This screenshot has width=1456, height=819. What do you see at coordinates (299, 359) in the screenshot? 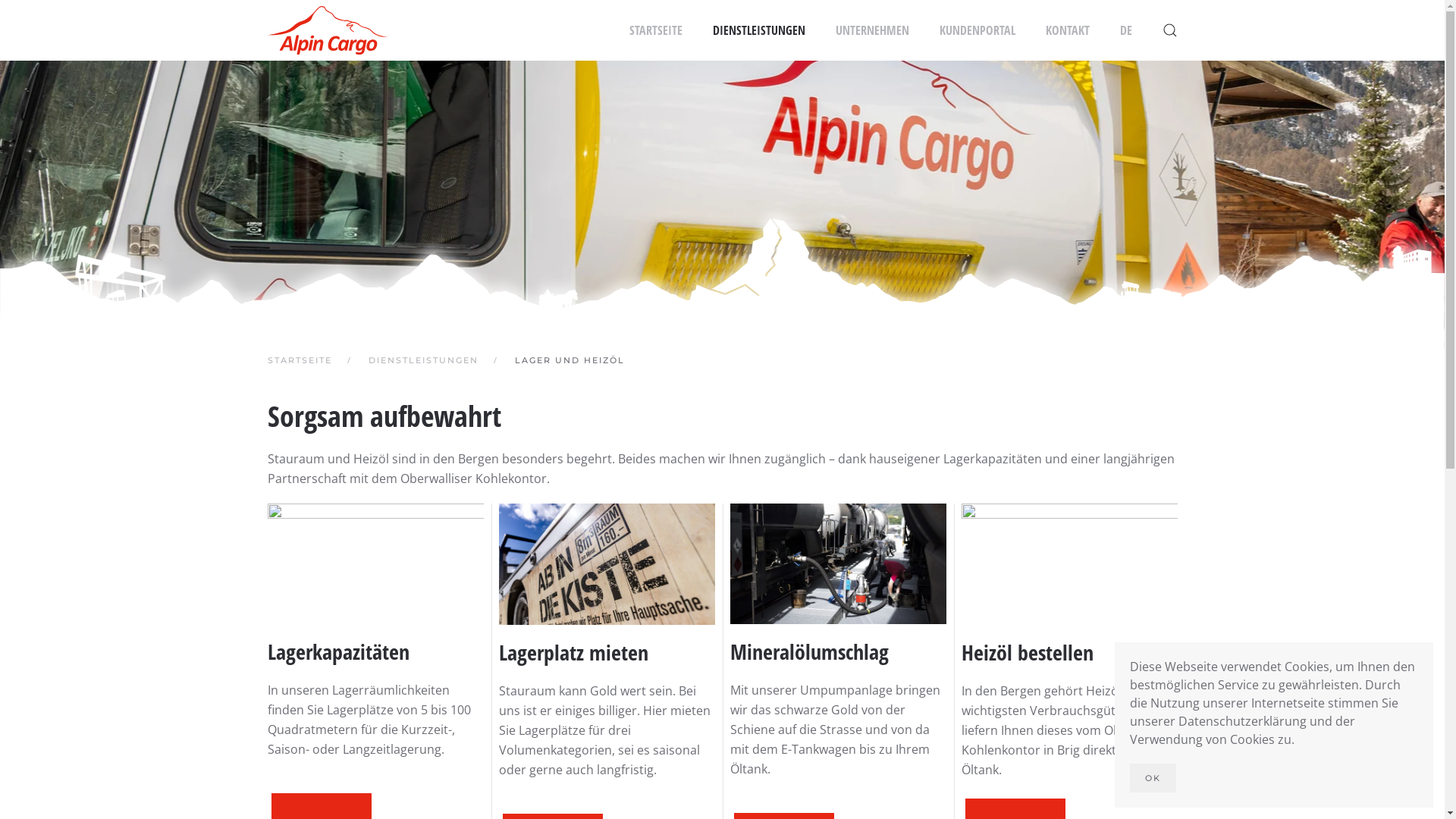
I see `'STARTSEITE'` at bounding box center [299, 359].